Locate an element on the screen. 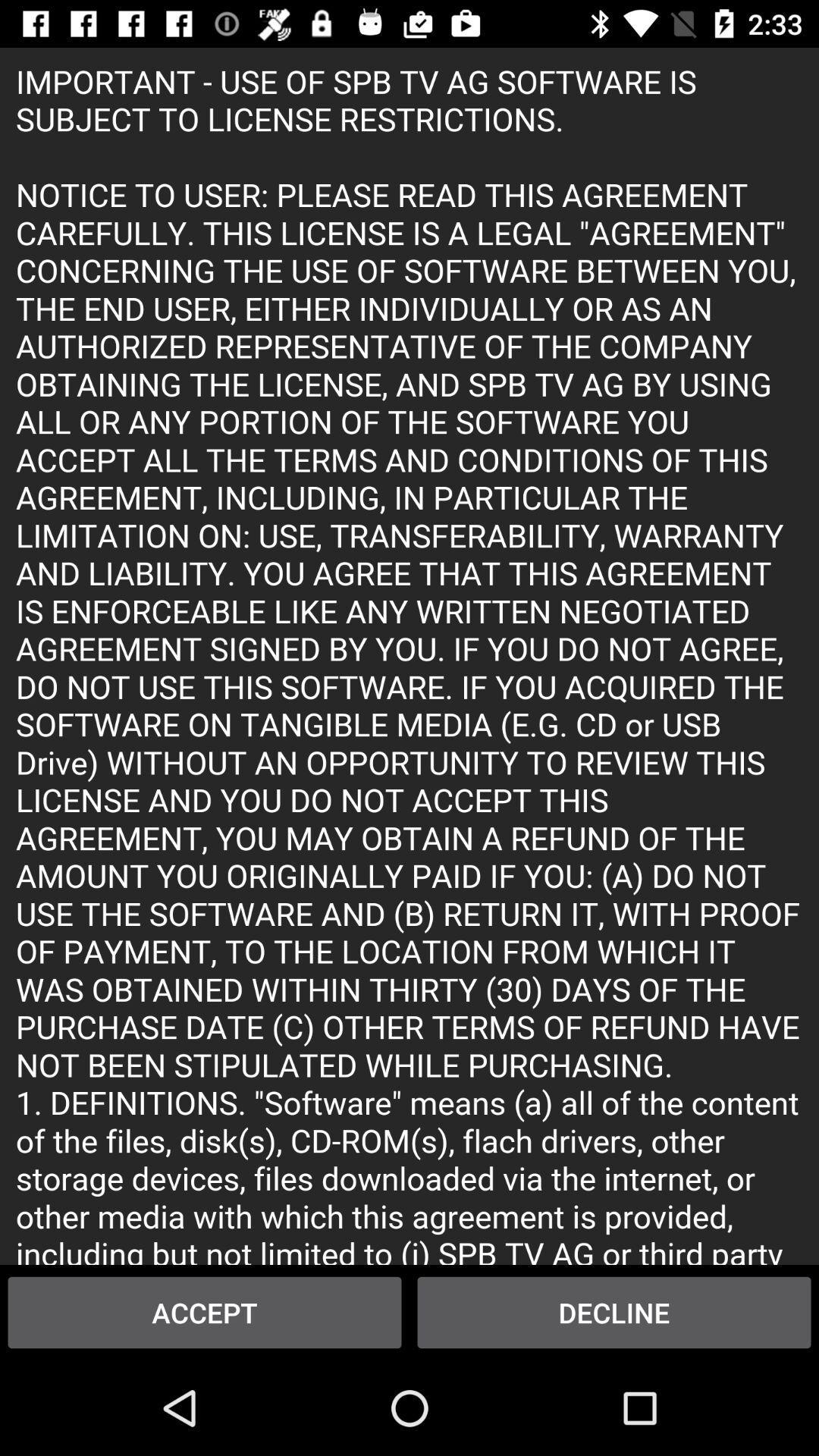 The height and width of the screenshot is (1456, 819). accept icon is located at coordinates (205, 1312).